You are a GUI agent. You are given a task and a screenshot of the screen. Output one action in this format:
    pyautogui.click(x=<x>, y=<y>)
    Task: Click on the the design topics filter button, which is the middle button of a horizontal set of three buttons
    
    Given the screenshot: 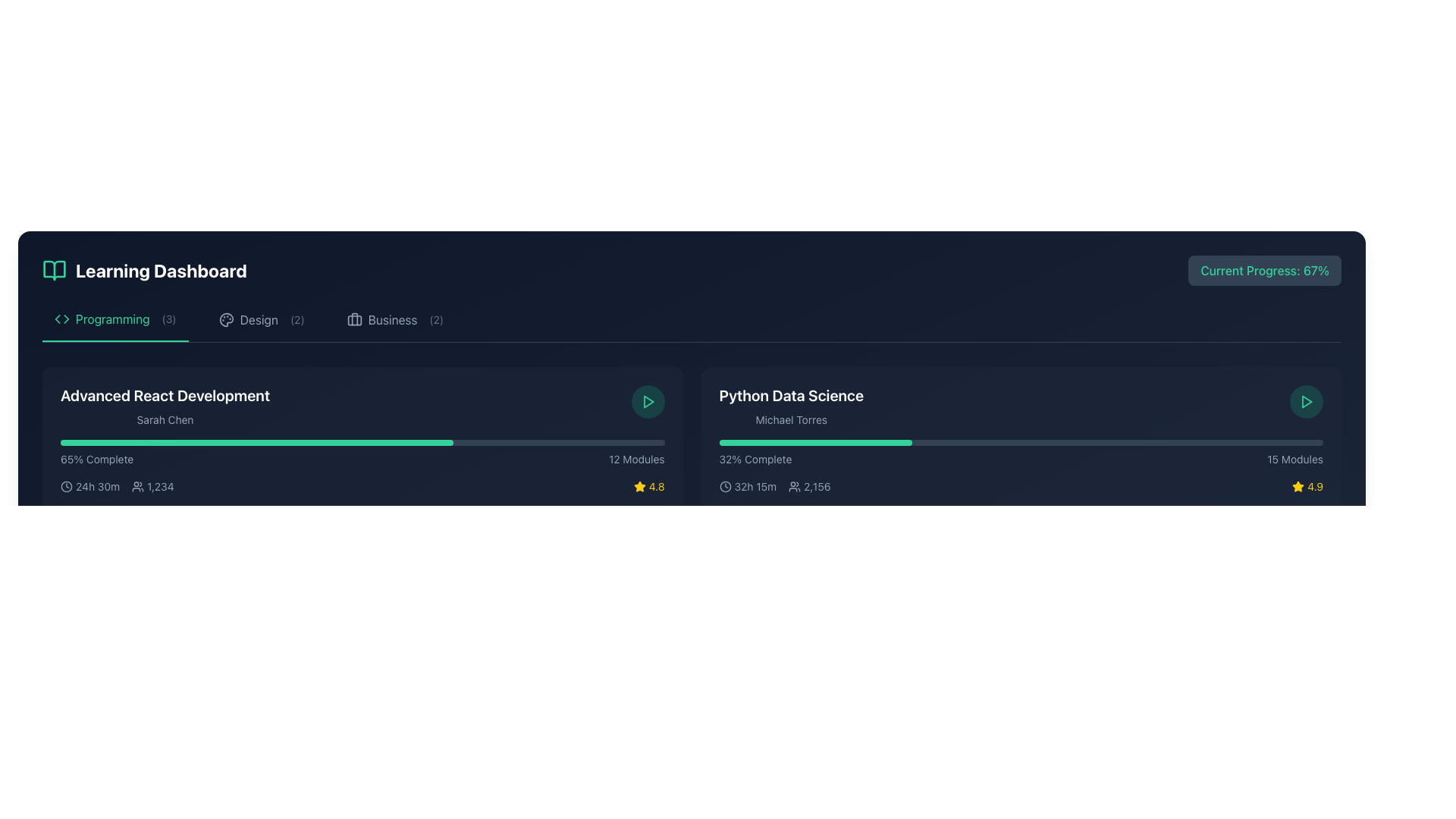 What is the action you would take?
    pyautogui.click(x=262, y=325)
    